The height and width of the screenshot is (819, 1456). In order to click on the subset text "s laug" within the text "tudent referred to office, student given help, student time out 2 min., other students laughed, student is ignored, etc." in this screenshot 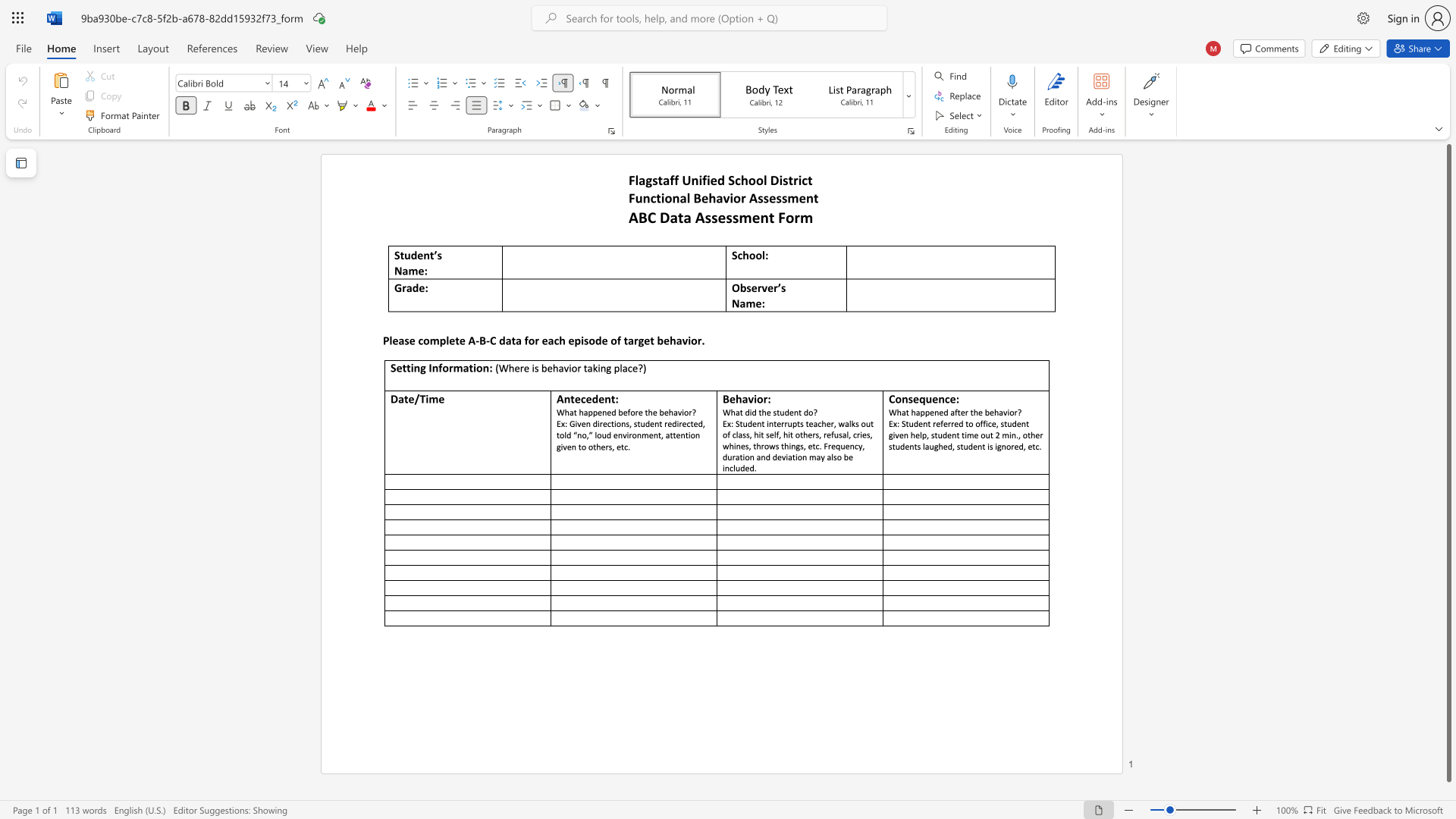, I will do `click(916, 446)`.